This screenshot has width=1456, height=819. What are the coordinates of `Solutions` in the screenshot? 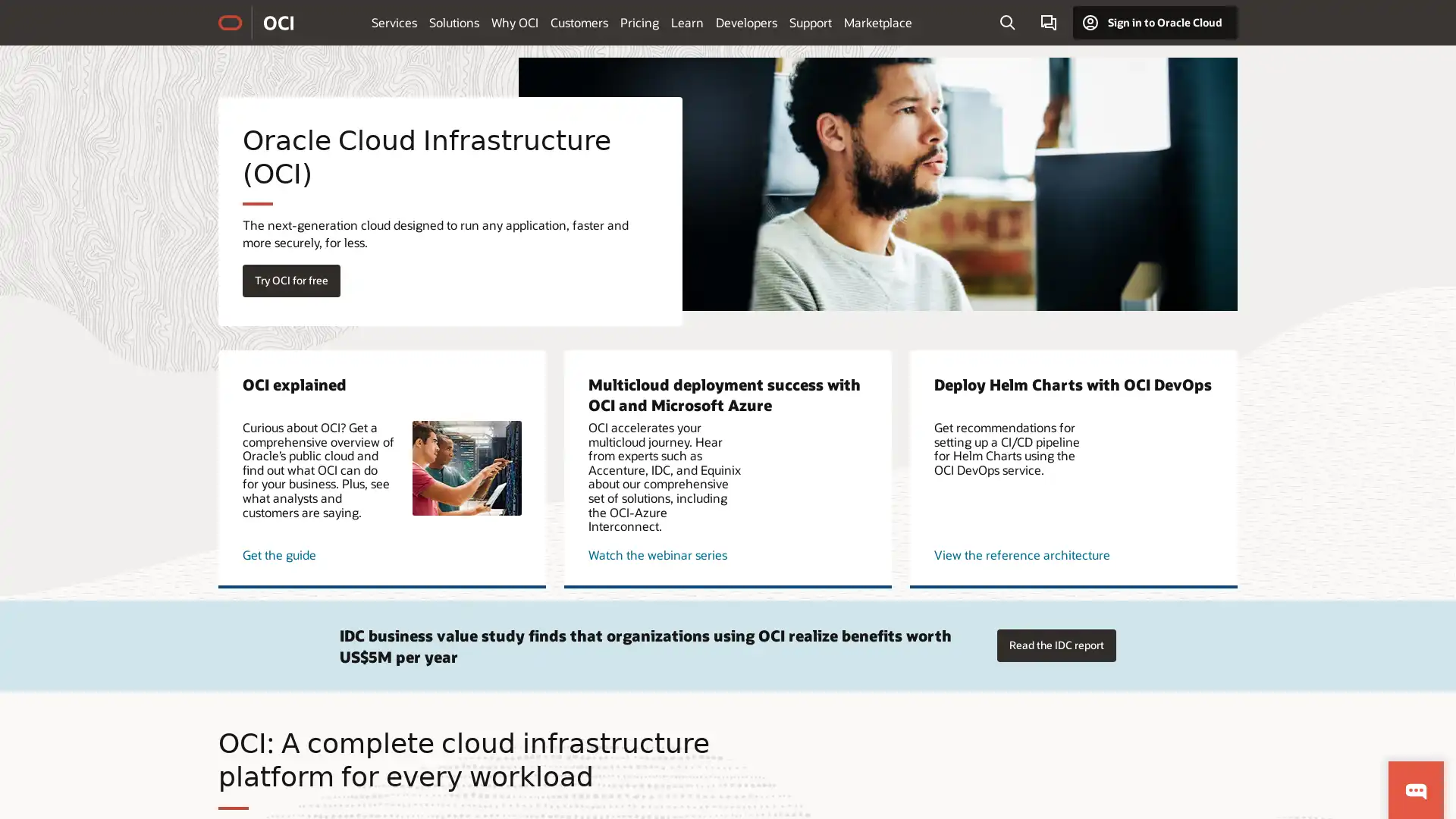 It's located at (453, 22).